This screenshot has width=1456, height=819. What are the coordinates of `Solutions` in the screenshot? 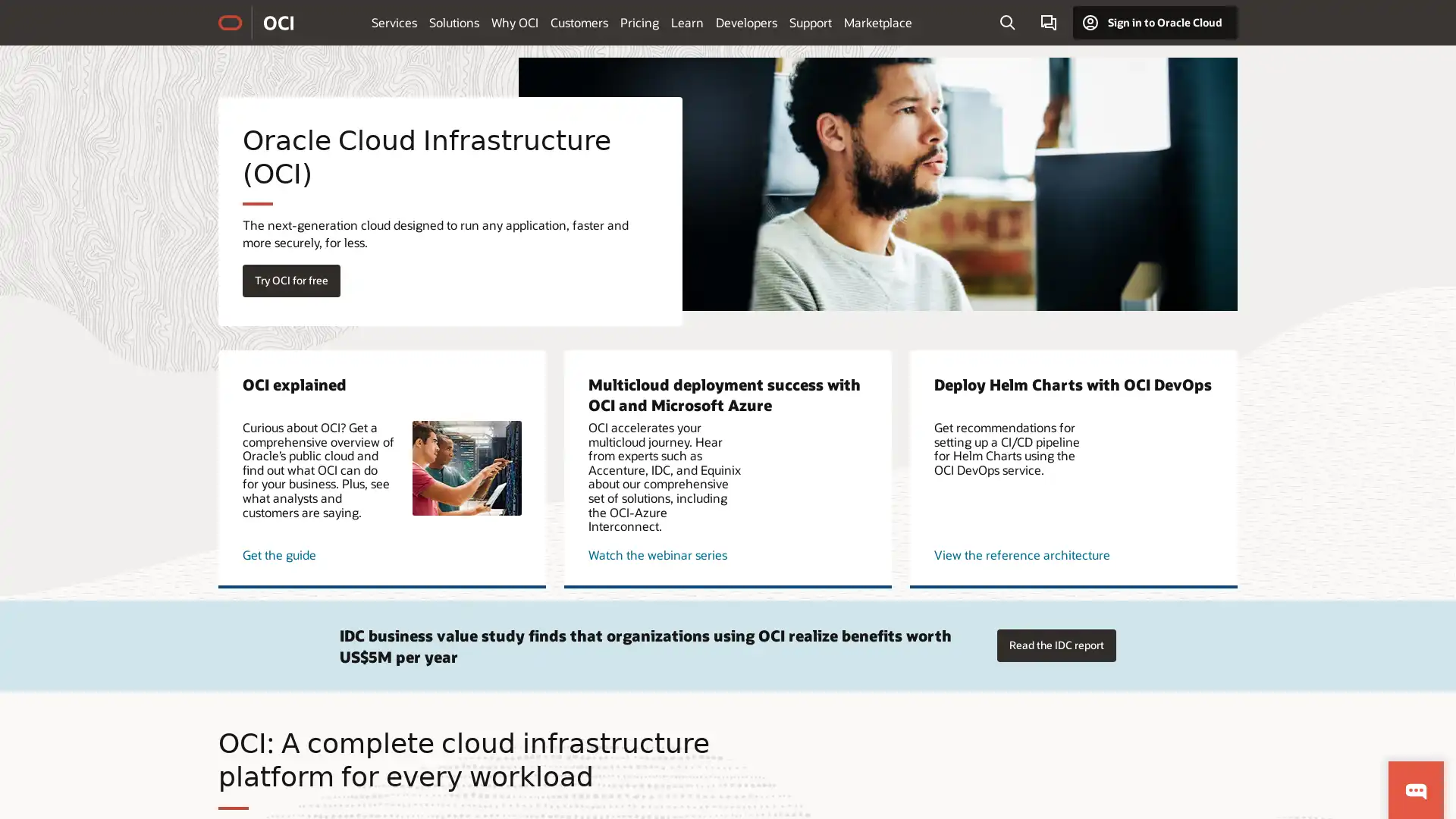 It's located at (453, 22).